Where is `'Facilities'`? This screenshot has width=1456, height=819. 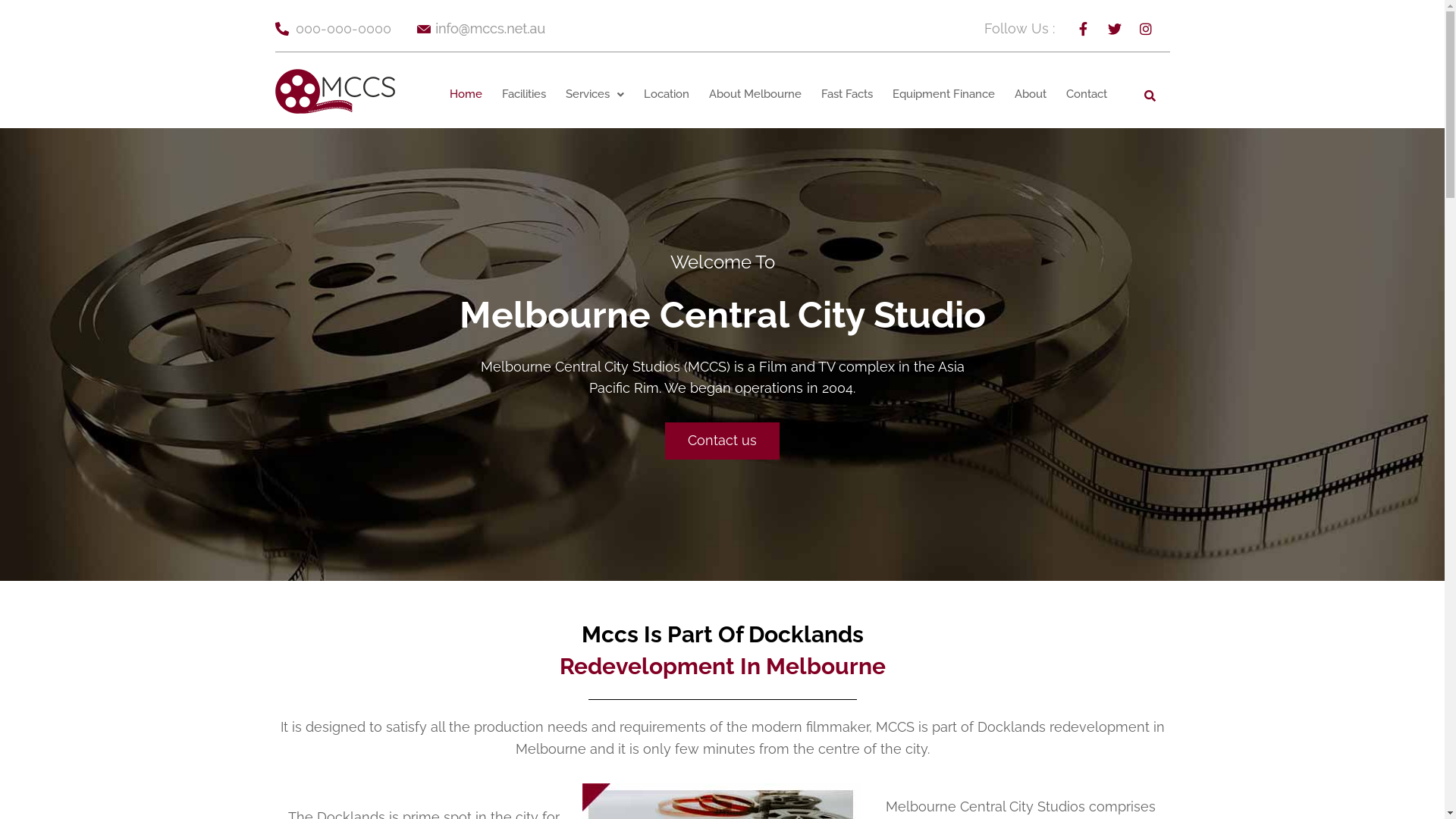
'Facilities' is located at coordinates (491, 94).